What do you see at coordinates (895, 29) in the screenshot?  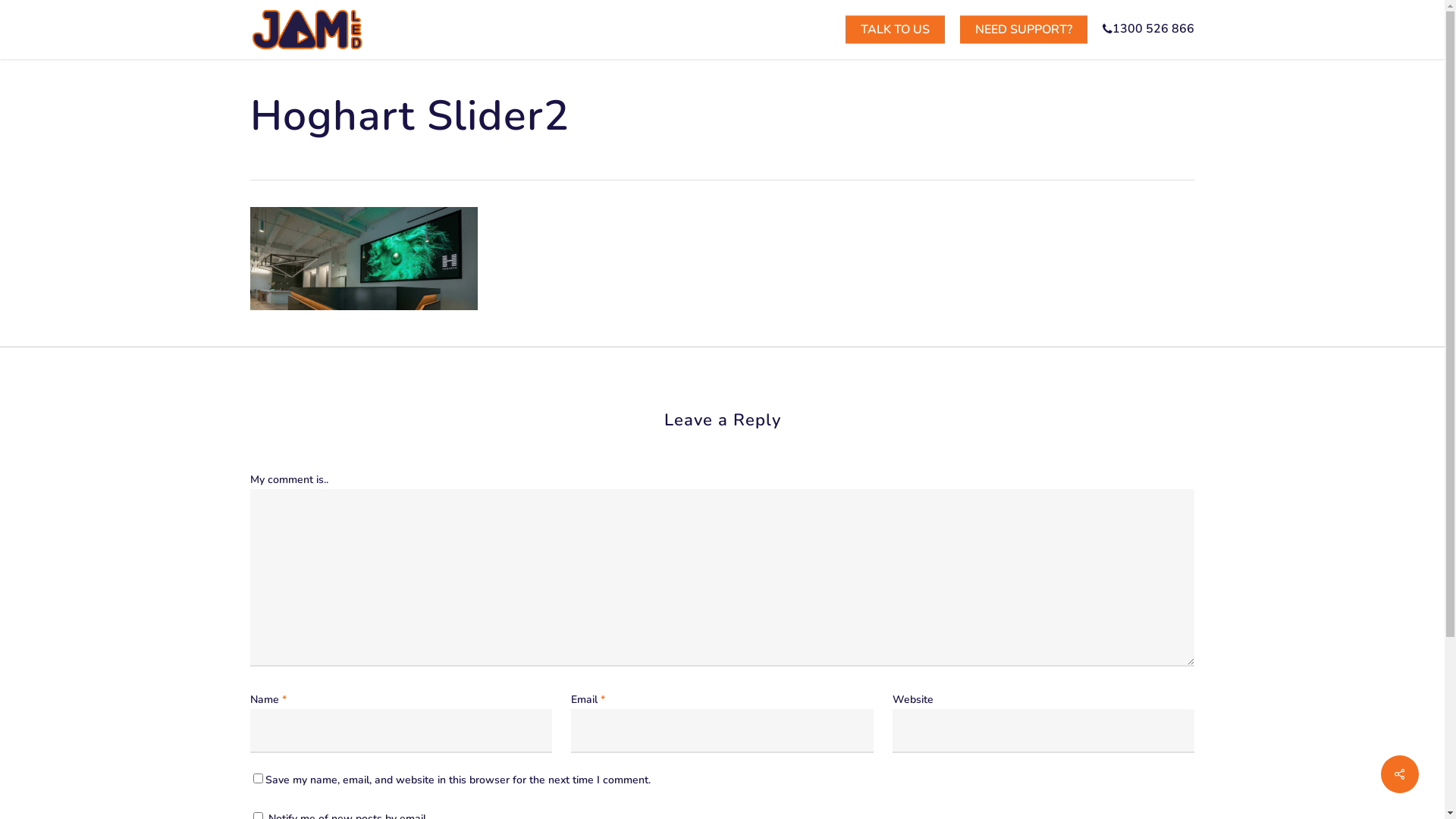 I see `'TALK TO US'` at bounding box center [895, 29].